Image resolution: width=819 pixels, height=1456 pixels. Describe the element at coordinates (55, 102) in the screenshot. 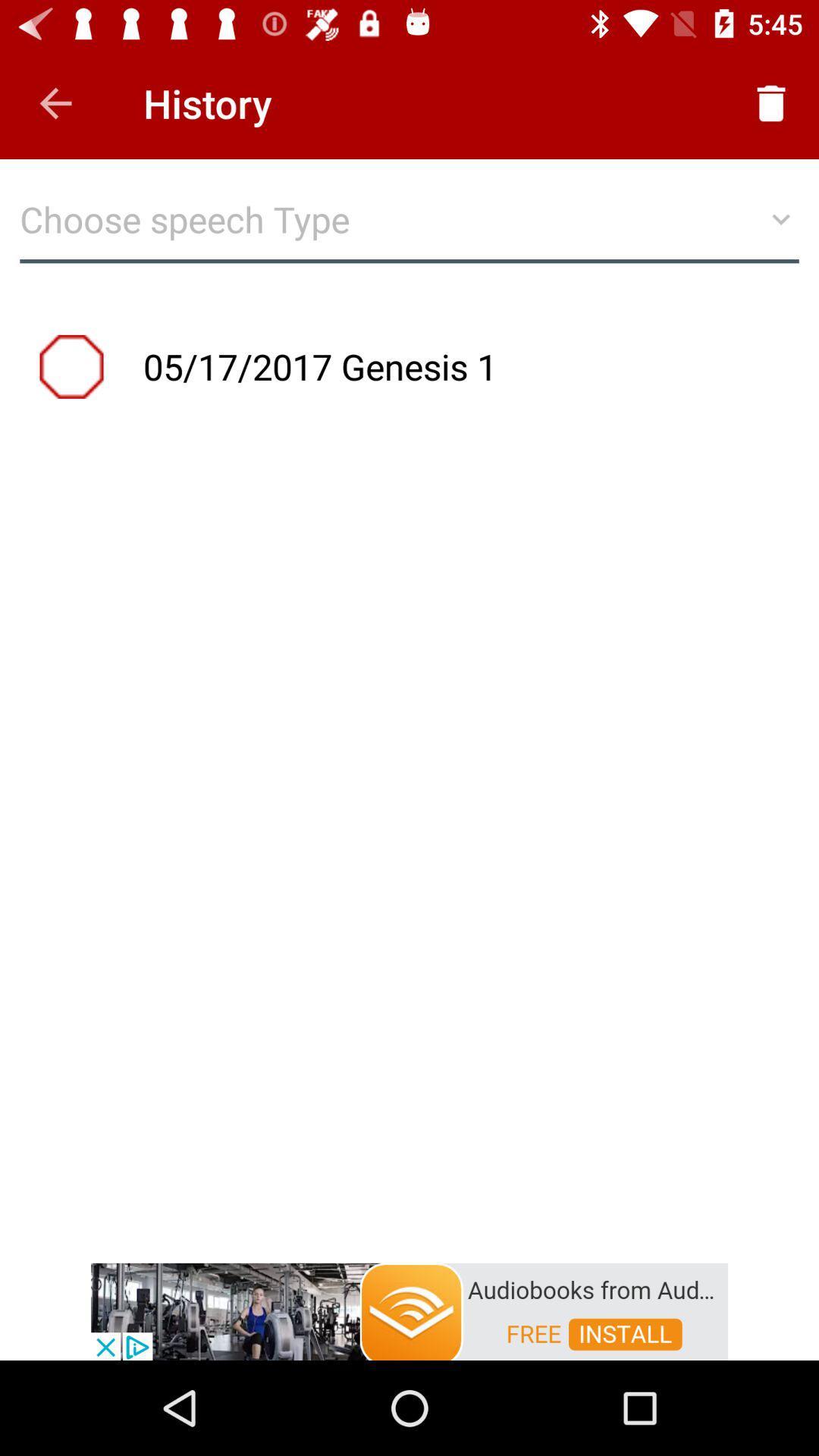

I see `come back` at that location.